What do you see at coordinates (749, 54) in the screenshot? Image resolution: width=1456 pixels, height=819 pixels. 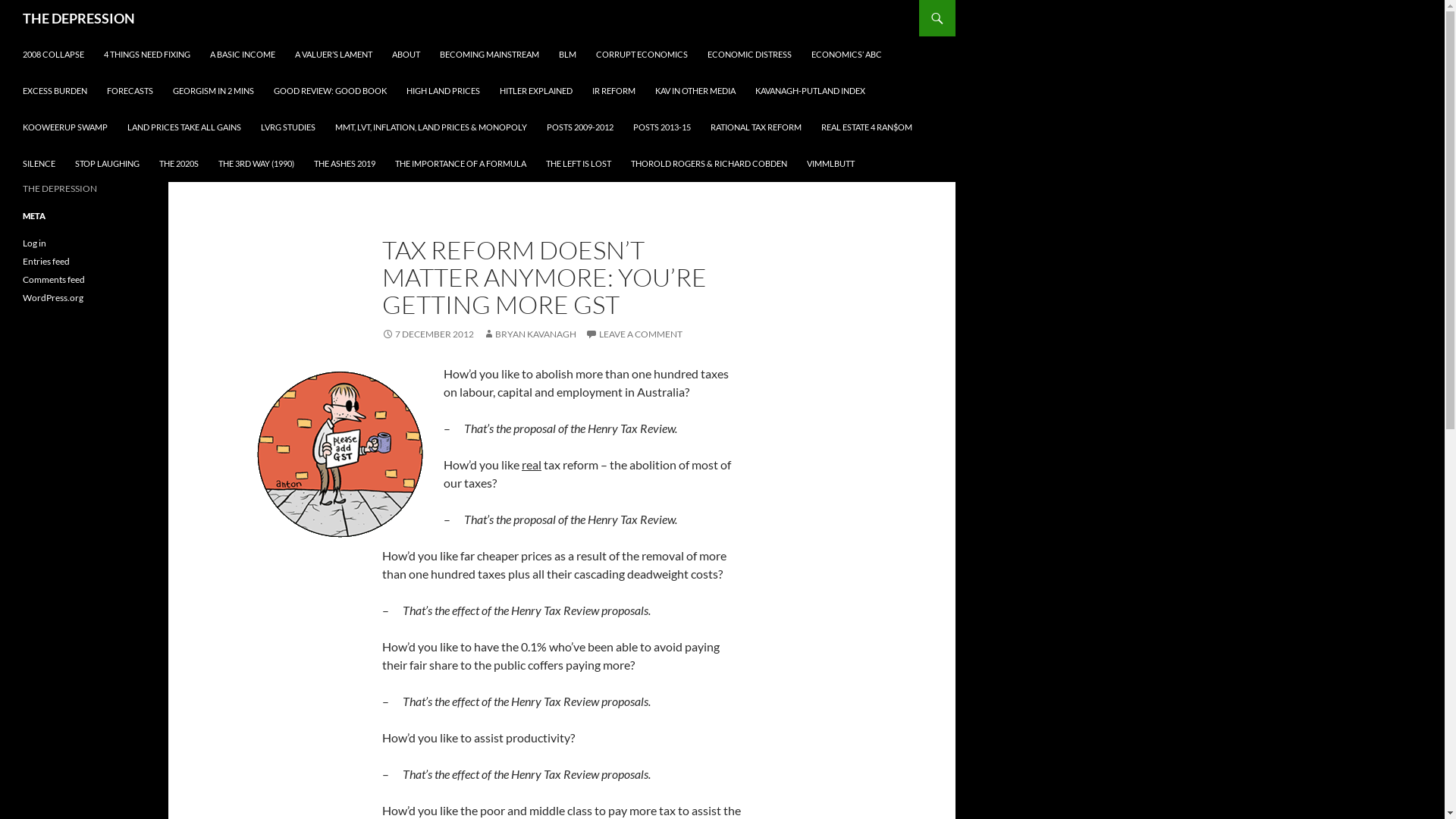 I see `'ECONOMIC DISTRESS'` at bounding box center [749, 54].